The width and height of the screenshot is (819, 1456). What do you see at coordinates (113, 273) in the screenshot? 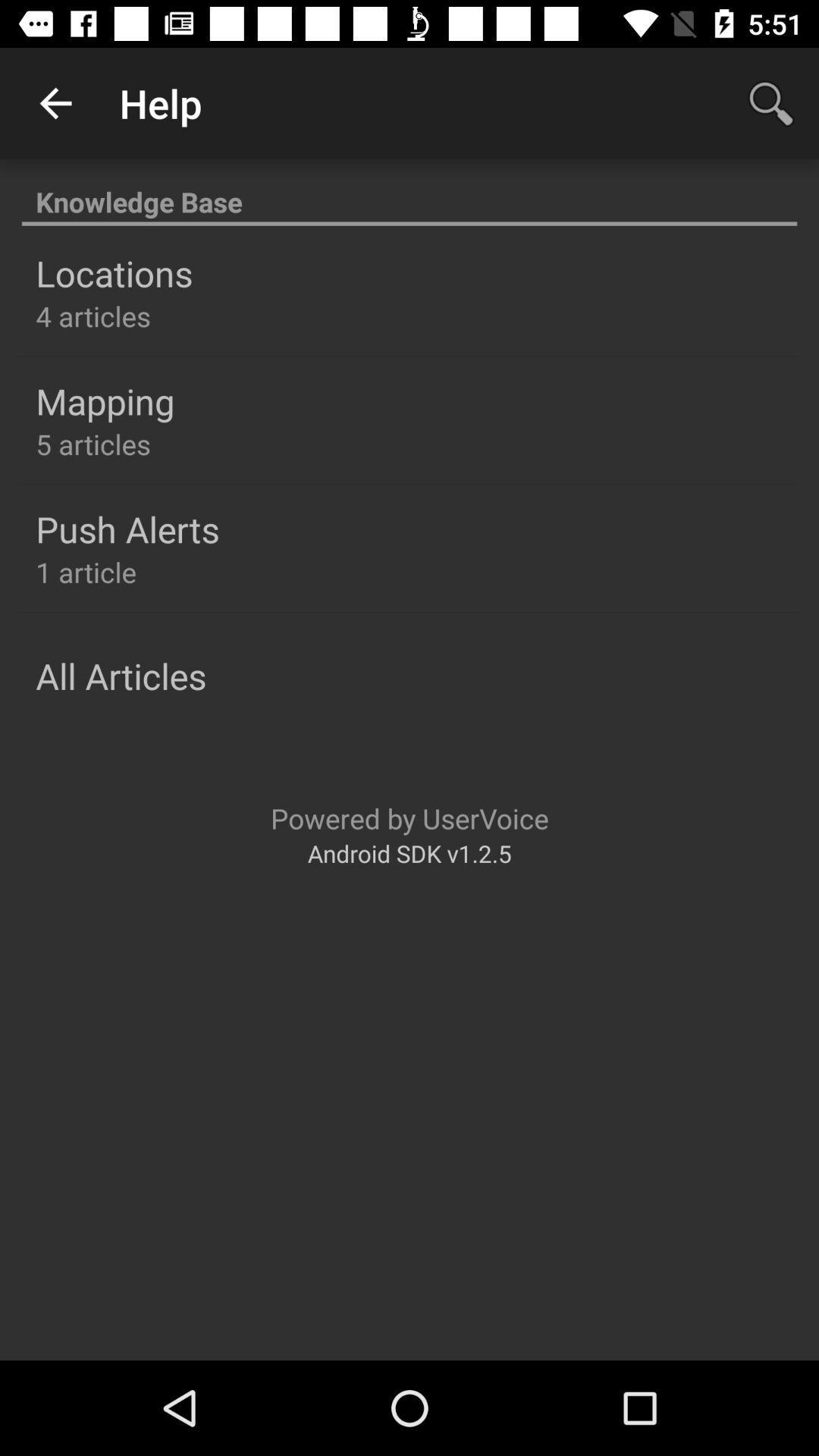
I see `locations item` at bounding box center [113, 273].